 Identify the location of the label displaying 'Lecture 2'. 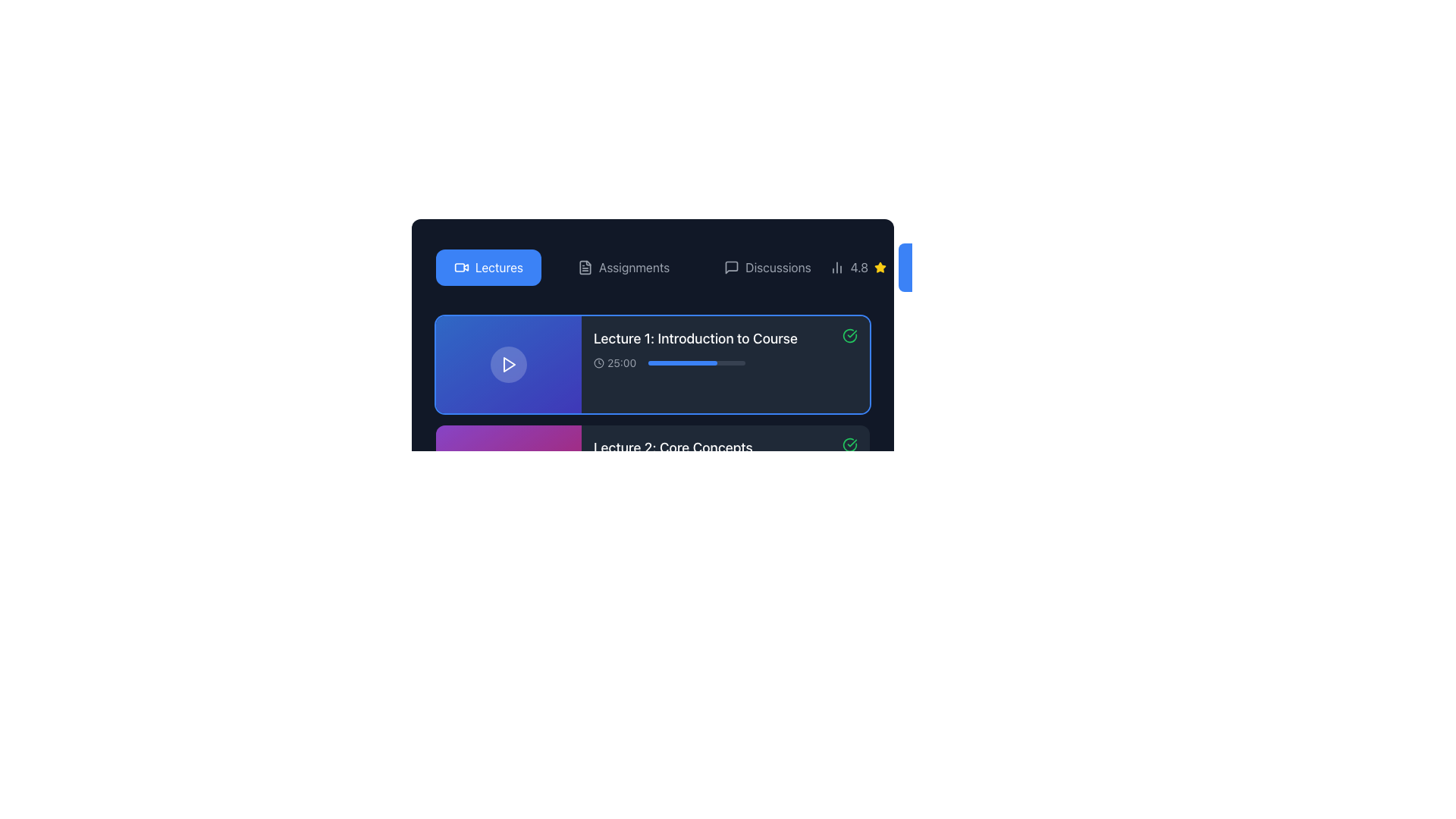
(672, 458).